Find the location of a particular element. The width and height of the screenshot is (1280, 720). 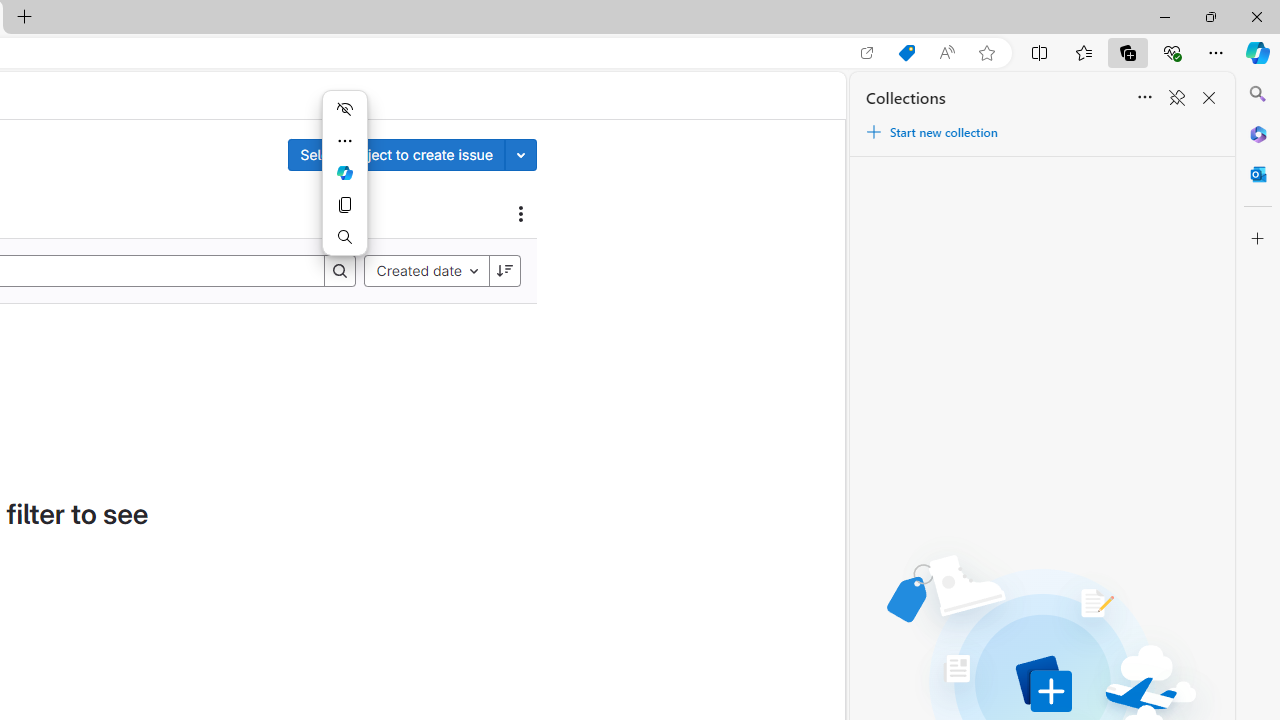

'Select project to create issue' is located at coordinates (396, 153).